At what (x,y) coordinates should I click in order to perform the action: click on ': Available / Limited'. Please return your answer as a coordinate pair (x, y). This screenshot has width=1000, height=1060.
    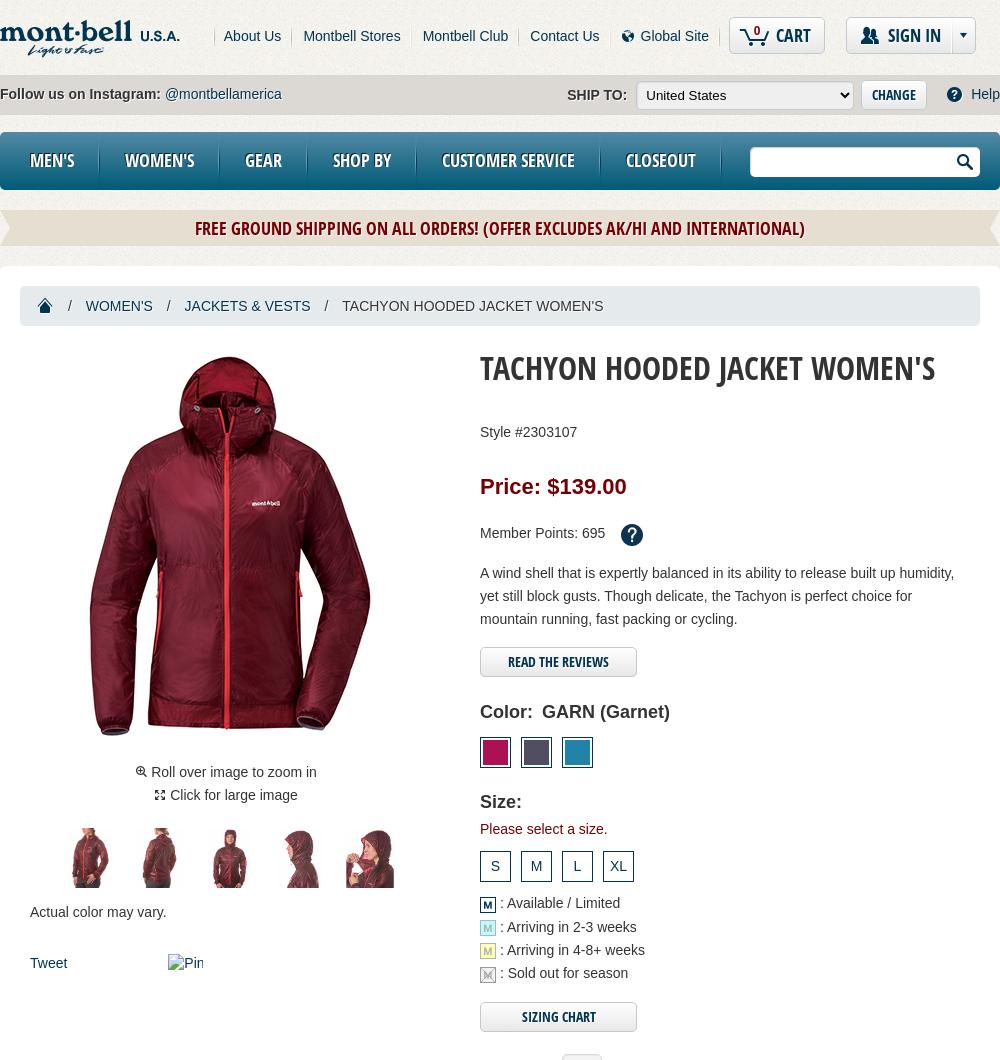
    Looking at the image, I should click on (495, 903).